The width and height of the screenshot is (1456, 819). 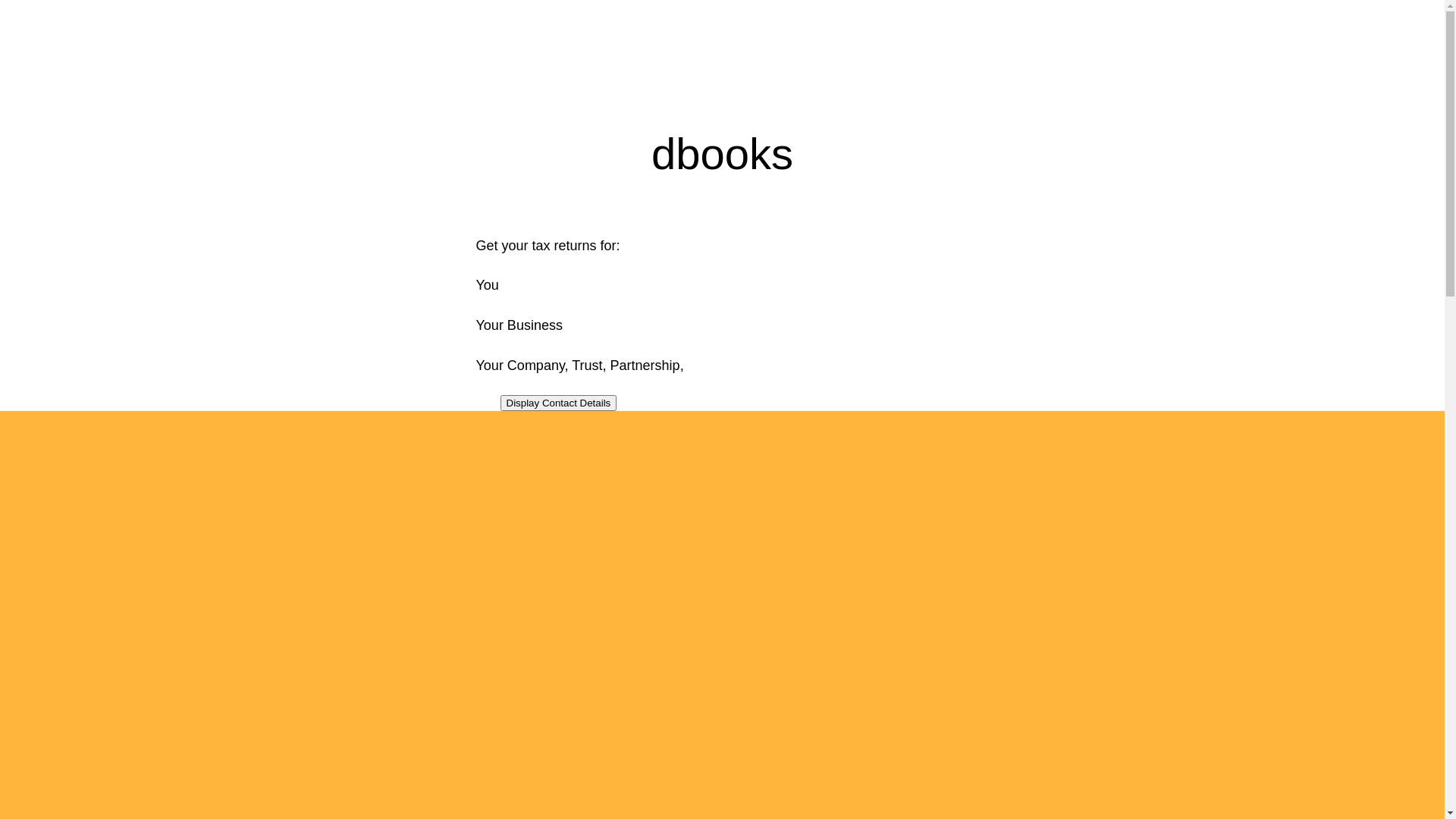 What do you see at coordinates (558, 402) in the screenshot?
I see `'Display Contact Details'` at bounding box center [558, 402].